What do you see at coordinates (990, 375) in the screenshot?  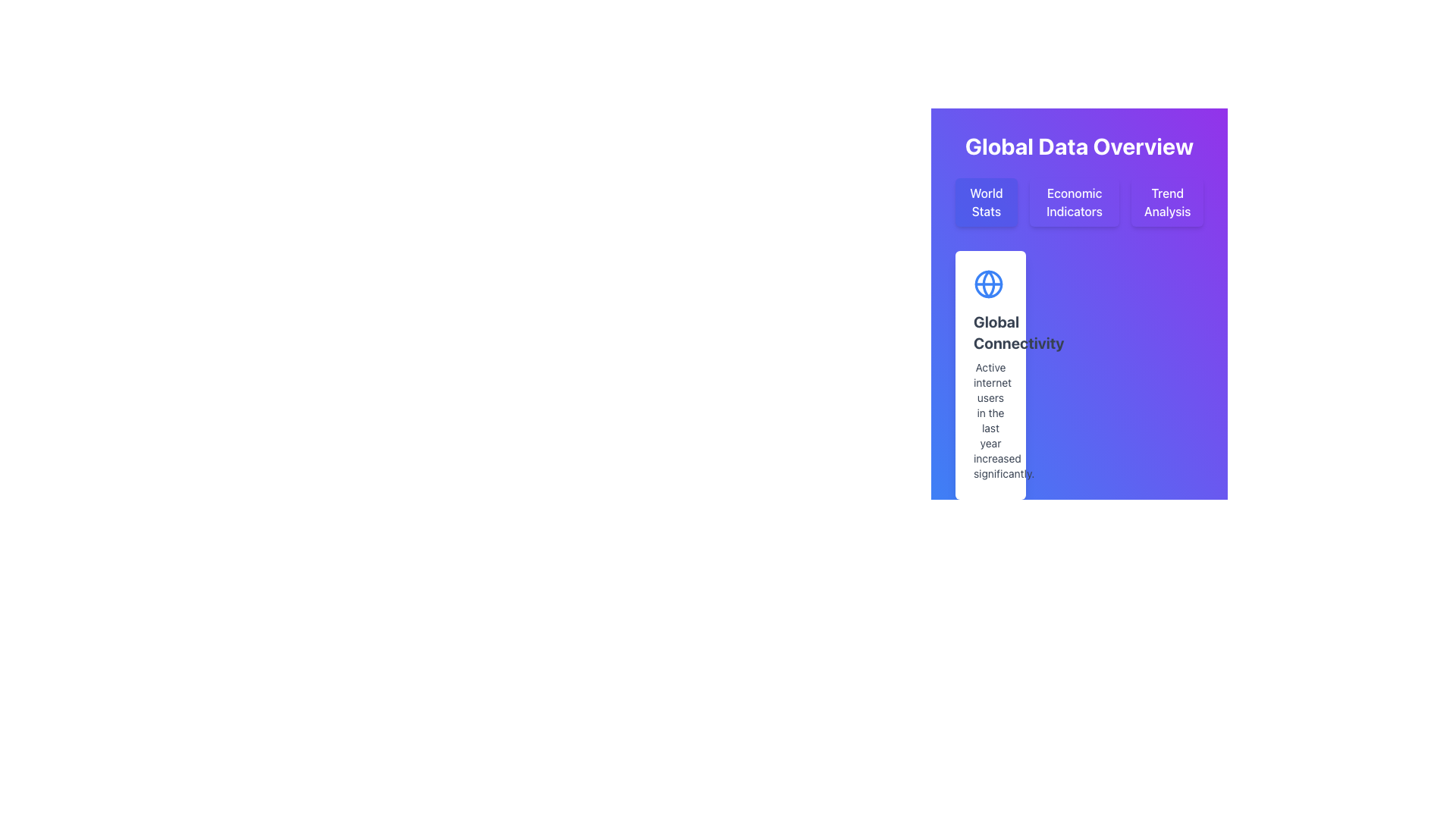 I see `the non-interactive Informational Card that highlights a statistic related to global connectivity, located in the top-left corner of the grid layout` at bounding box center [990, 375].